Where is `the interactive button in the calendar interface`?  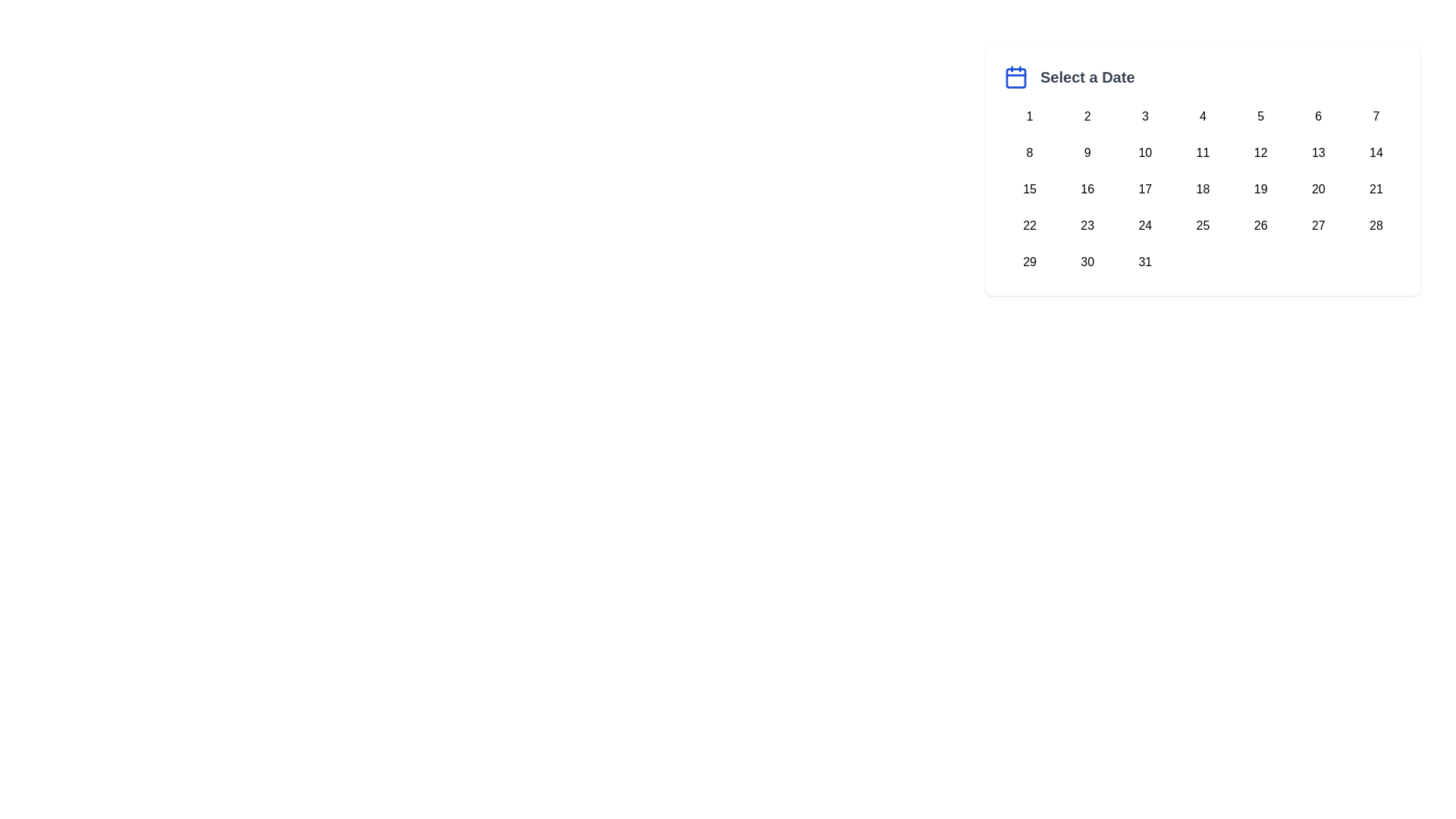
the interactive button in the calendar interface is located at coordinates (1087, 189).